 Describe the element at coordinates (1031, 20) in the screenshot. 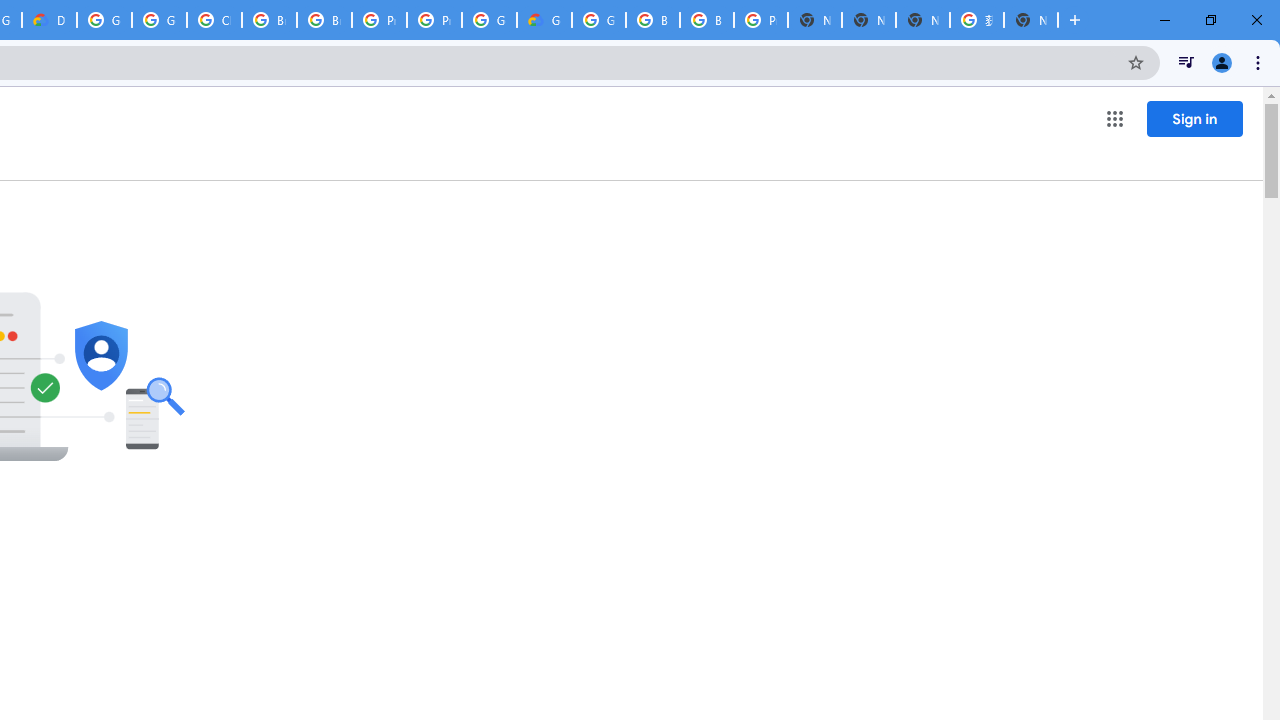

I see `'New Tab'` at that location.